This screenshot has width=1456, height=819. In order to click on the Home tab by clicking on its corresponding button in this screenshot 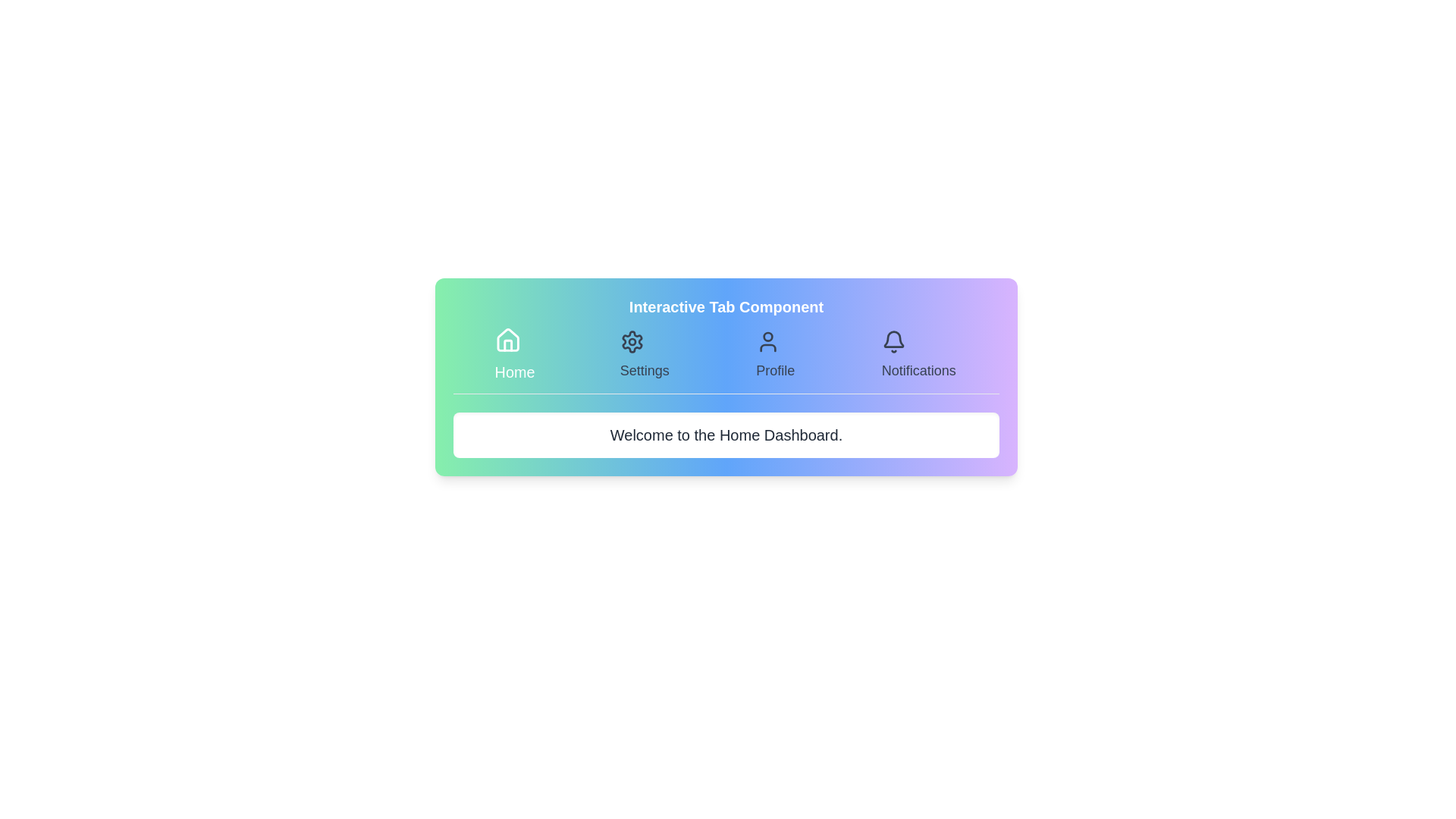, I will do `click(514, 356)`.